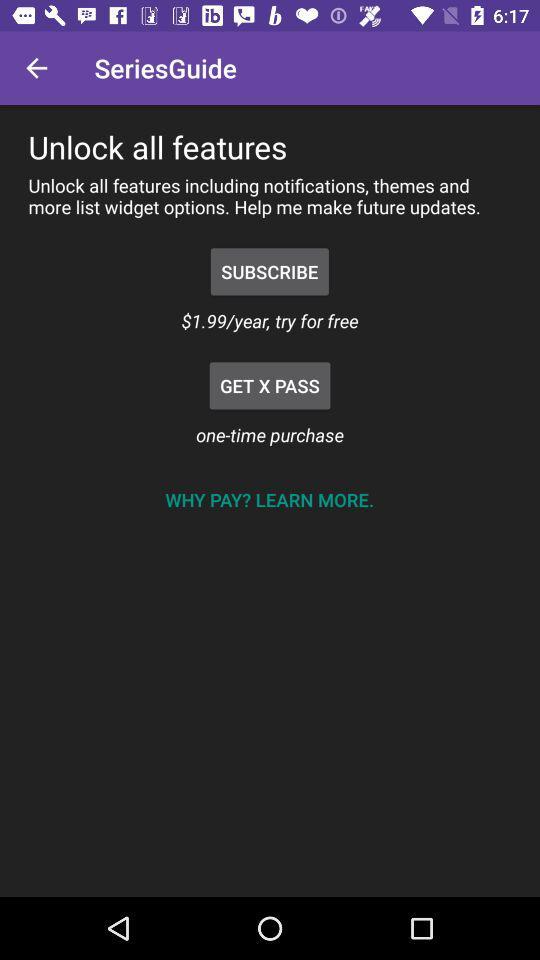  Describe the element at coordinates (269, 498) in the screenshot. I see `why pay learn item` at that location.